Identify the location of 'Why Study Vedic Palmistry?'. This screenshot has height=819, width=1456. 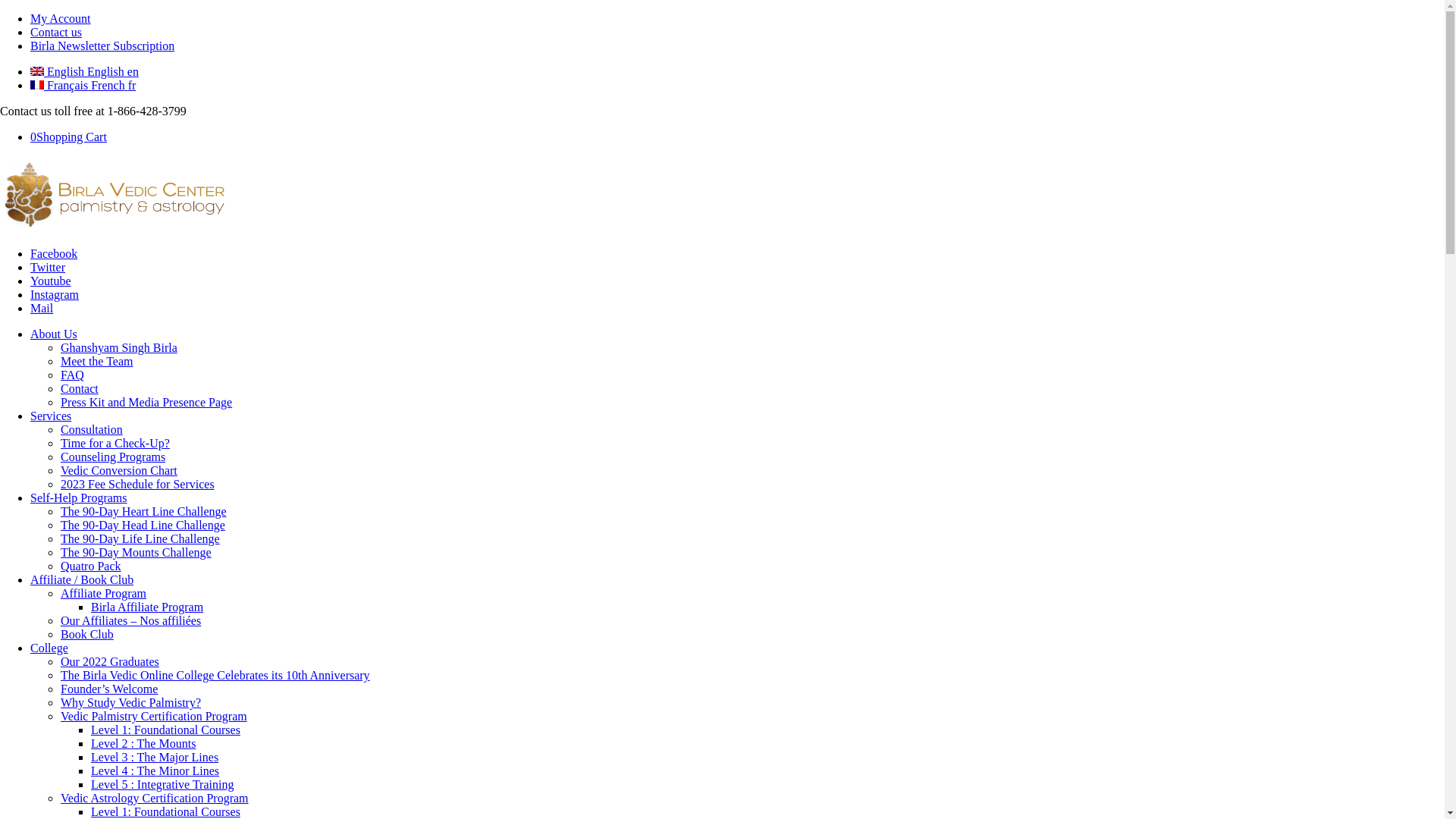
(61, 702).